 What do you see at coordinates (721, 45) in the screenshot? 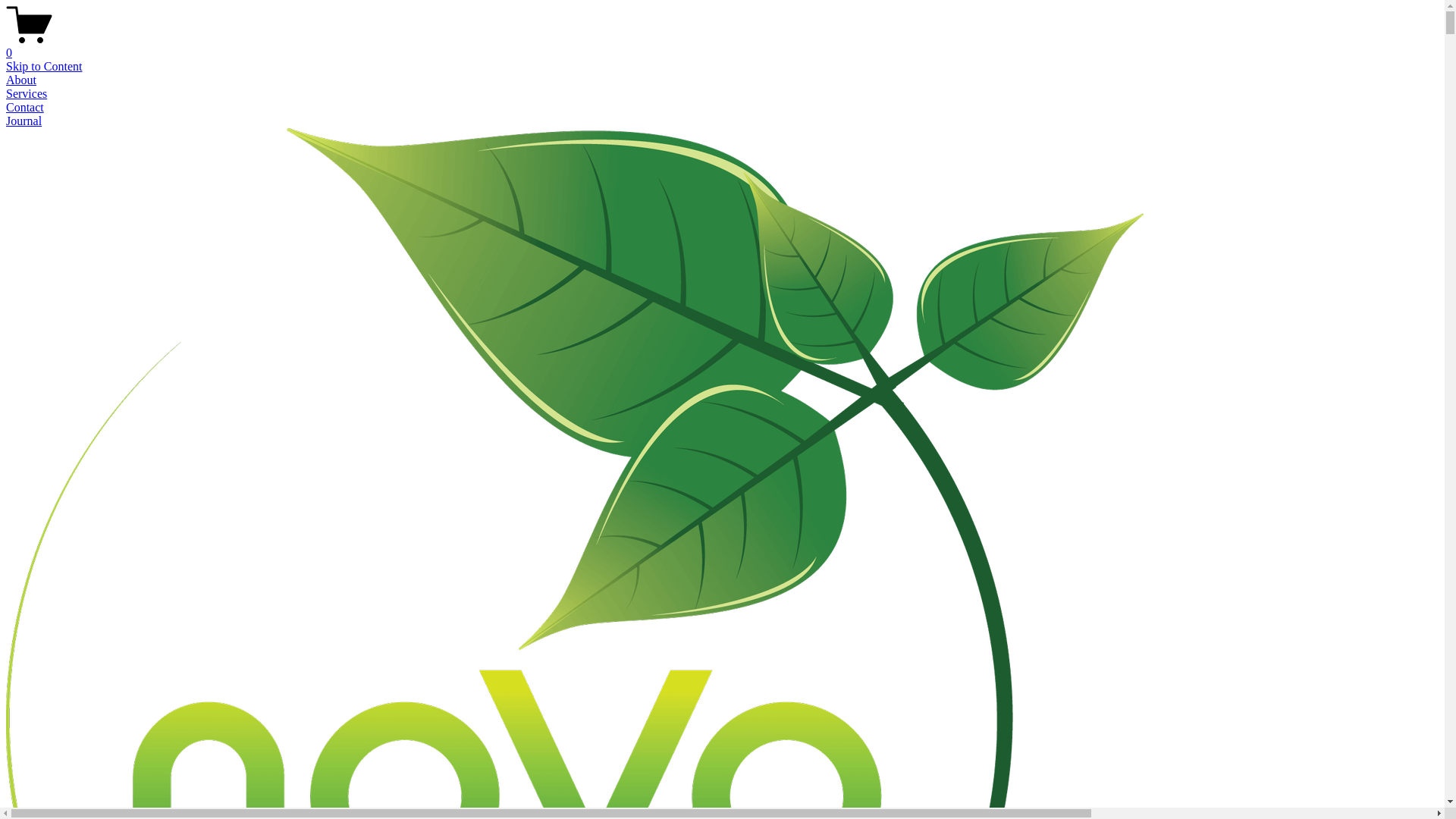
I see `'0'` at bounding box center [721, 45].